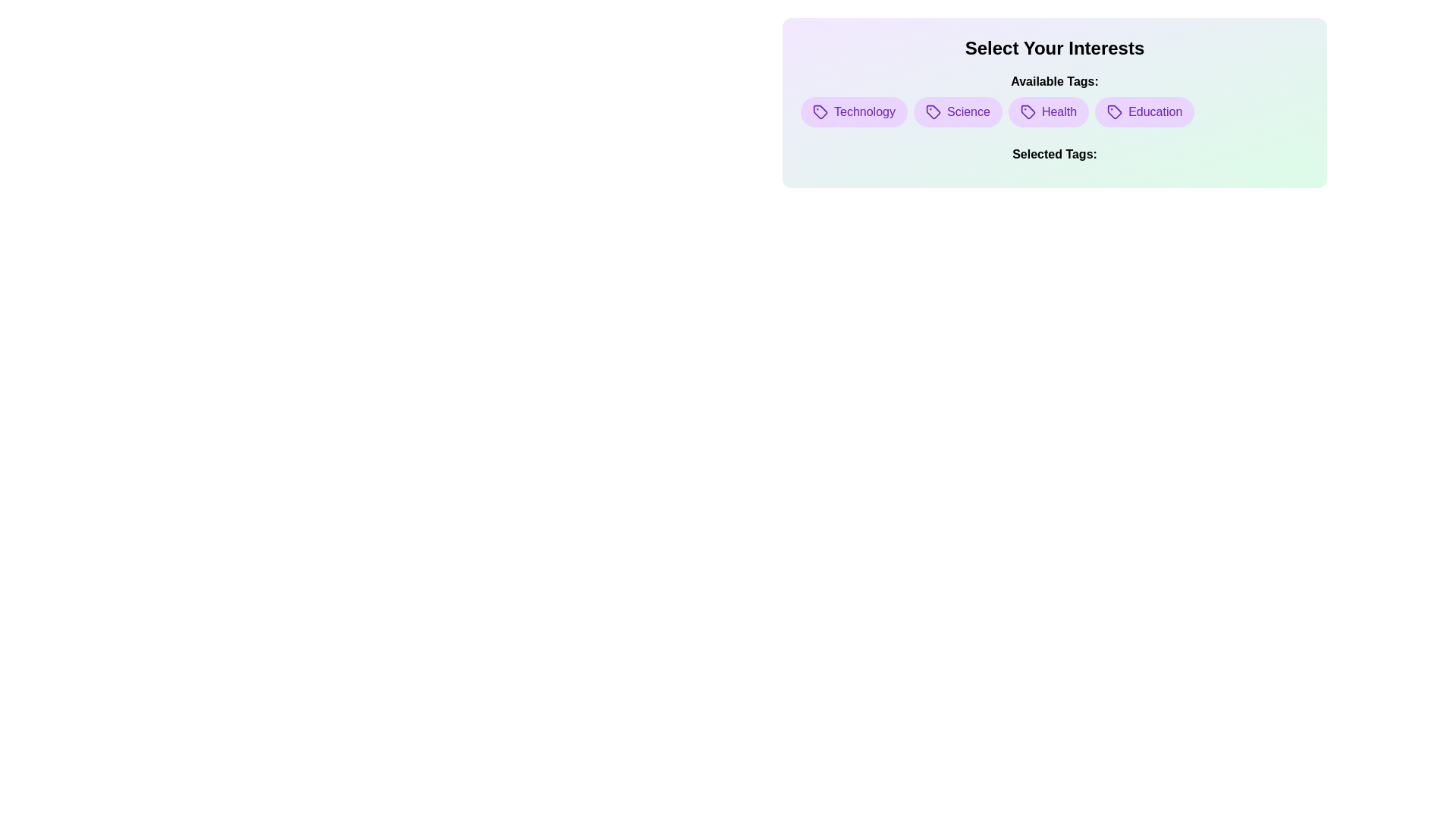  Describe the element at coordinates (932, 111) in the screenshot. I see `the purple tag icon located inside the 'Science' button in the 'Available Tags' section` at that location.